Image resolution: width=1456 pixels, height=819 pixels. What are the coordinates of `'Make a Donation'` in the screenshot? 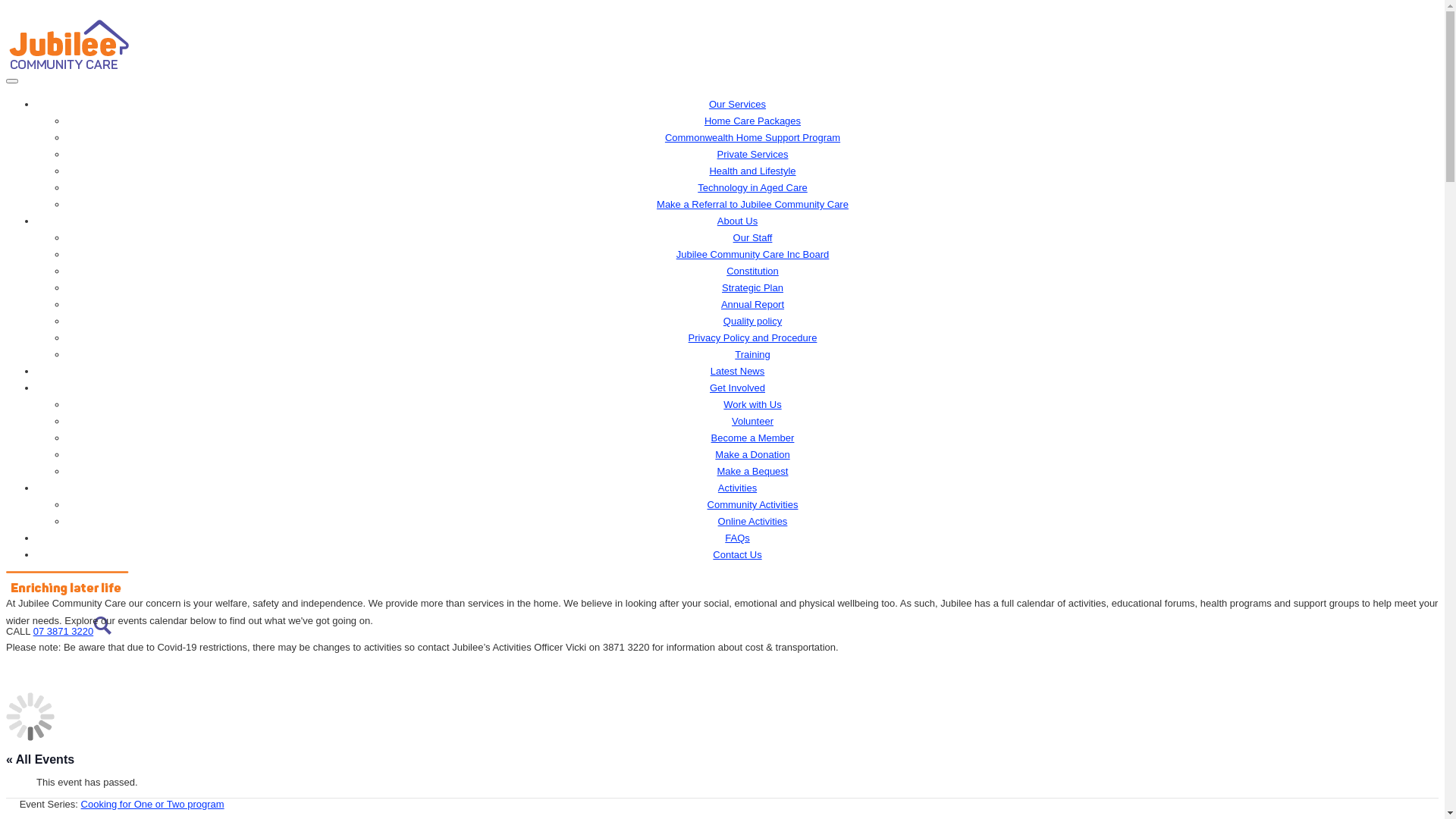 It's located at (752, 453).